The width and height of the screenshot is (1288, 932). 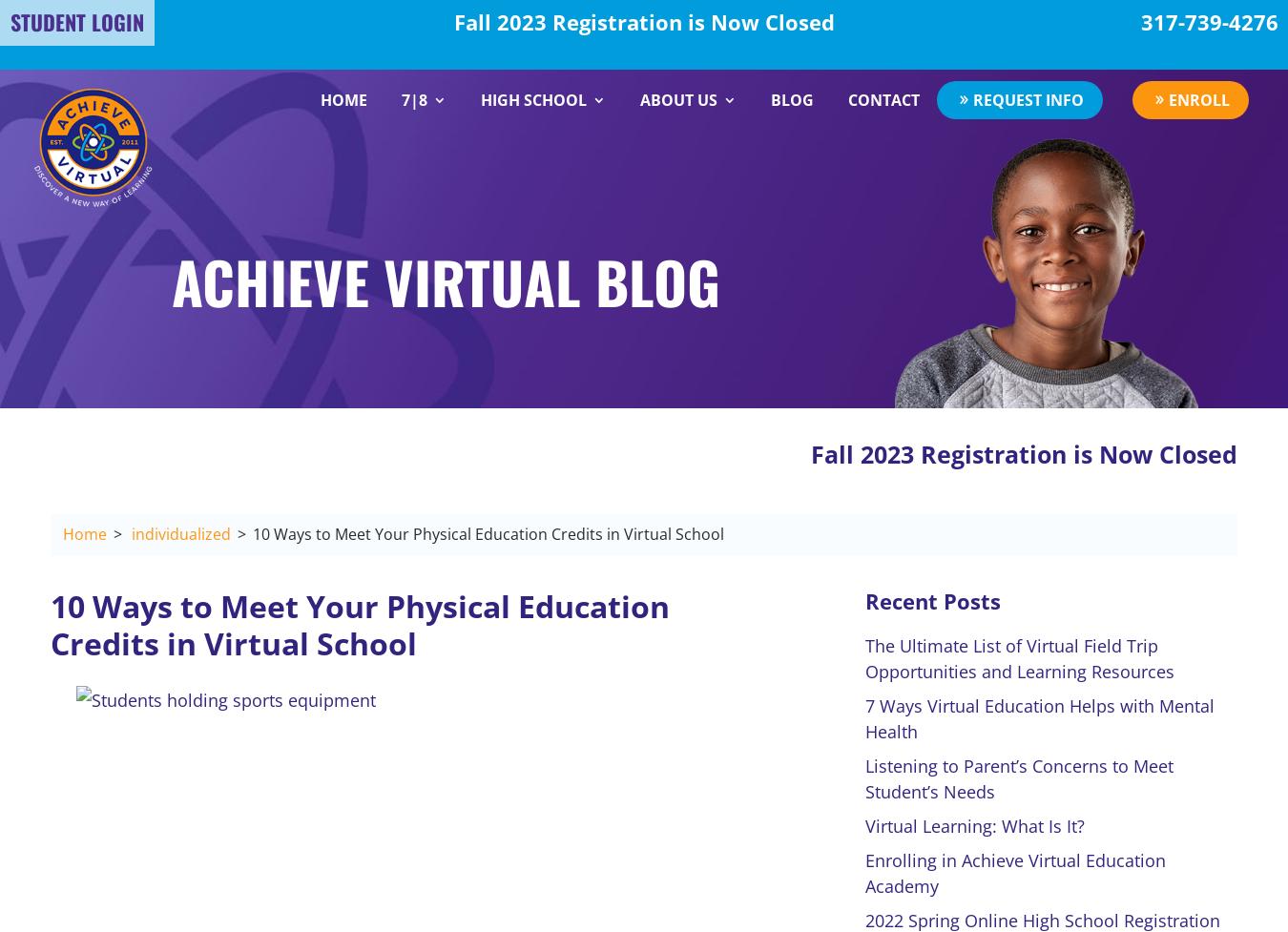 What do you see at coordinates (680, 254) in the screenshot?
I see `'Goals'` at bounding box center [680, 254].